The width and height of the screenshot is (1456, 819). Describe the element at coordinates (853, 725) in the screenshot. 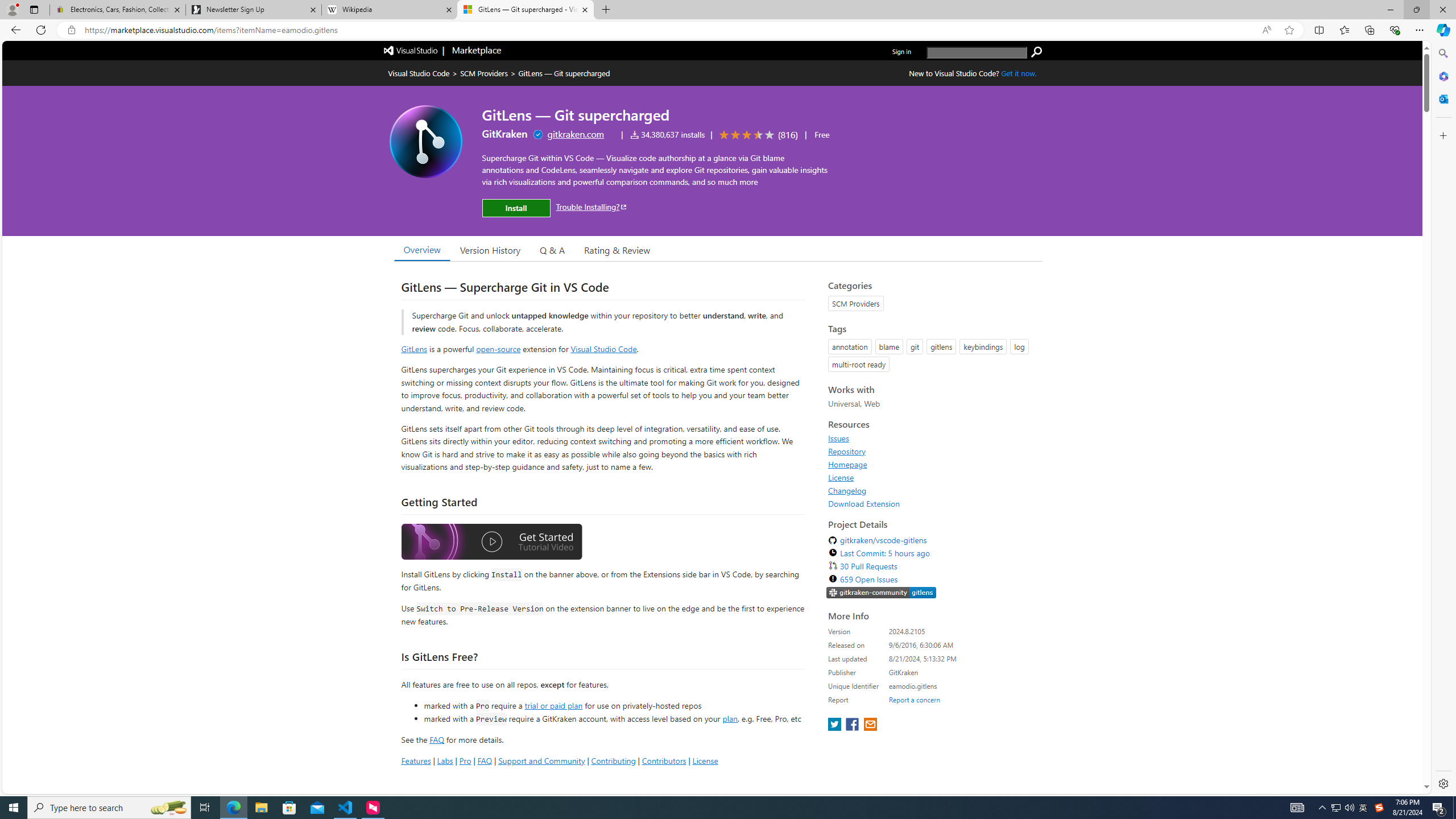

I see `'share extension on facebook'` at that location.